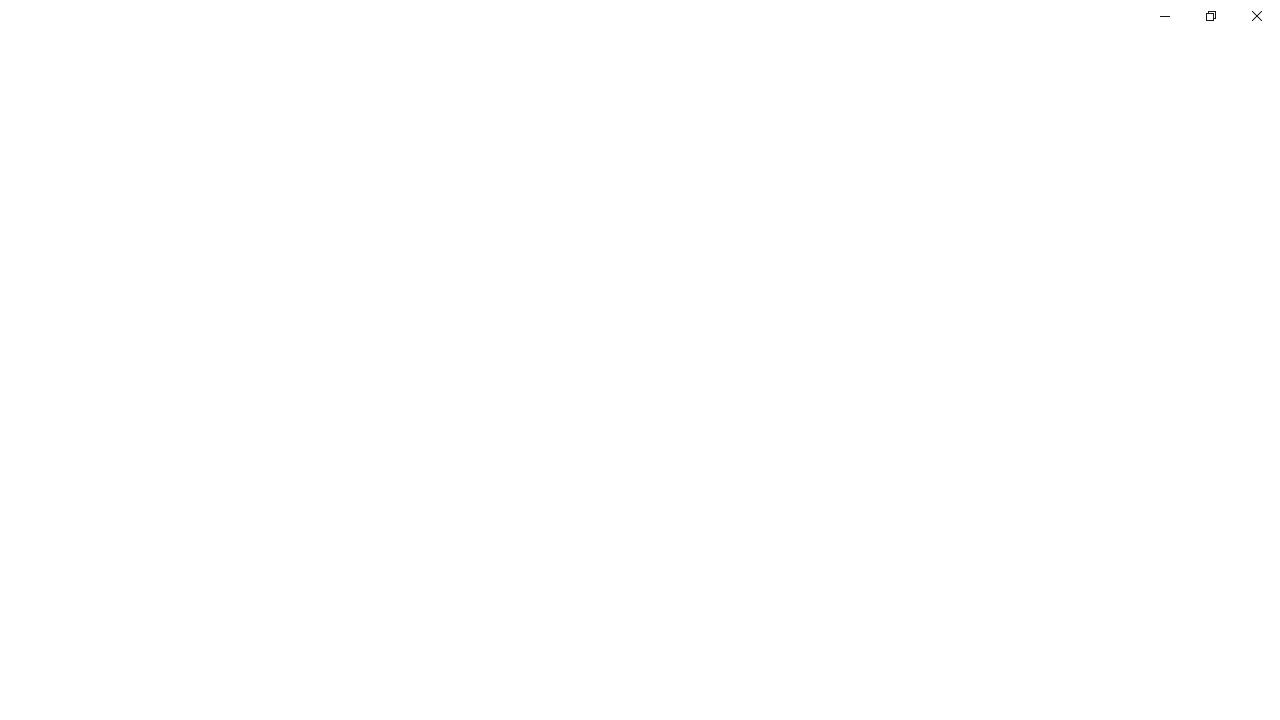 Image resolution: width=1280 pixels, height=720 pixels. I want to click on 'Close Settings', so click(1255, 15).